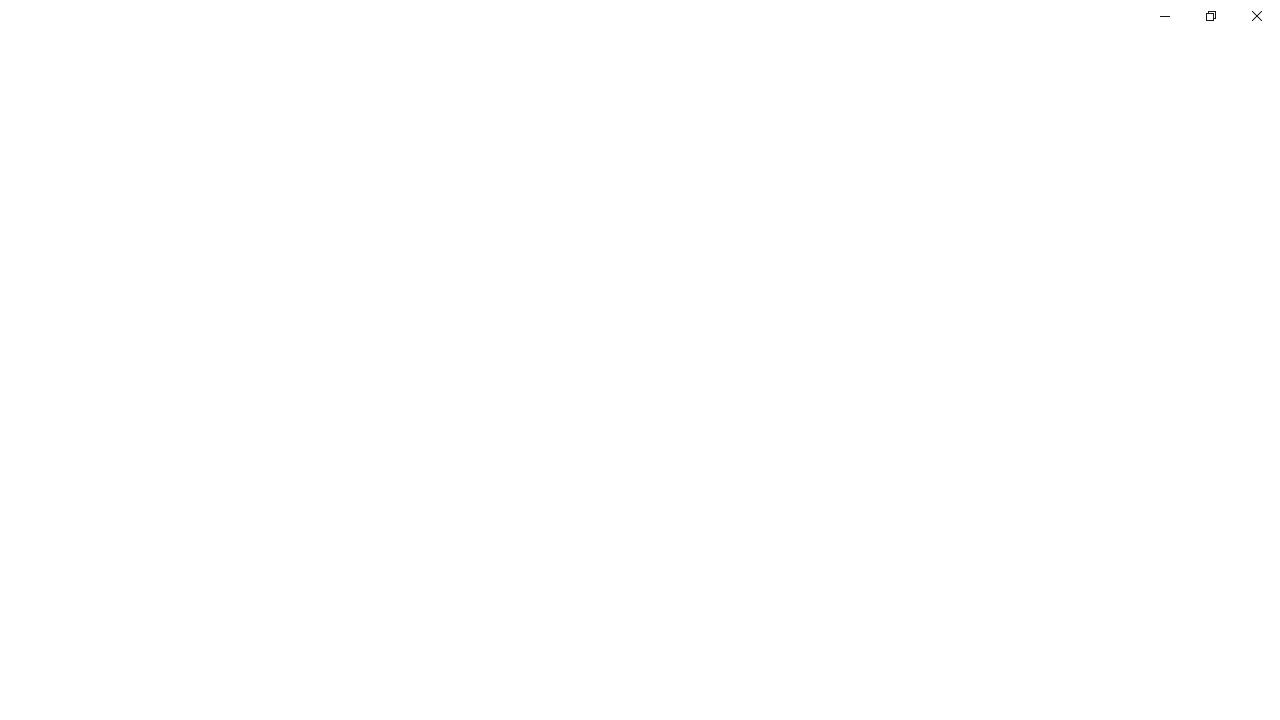 Image resolution: width=1280 pixels, height=720 pixels. I want to click on 'Close Settings', so click(1255, 15).